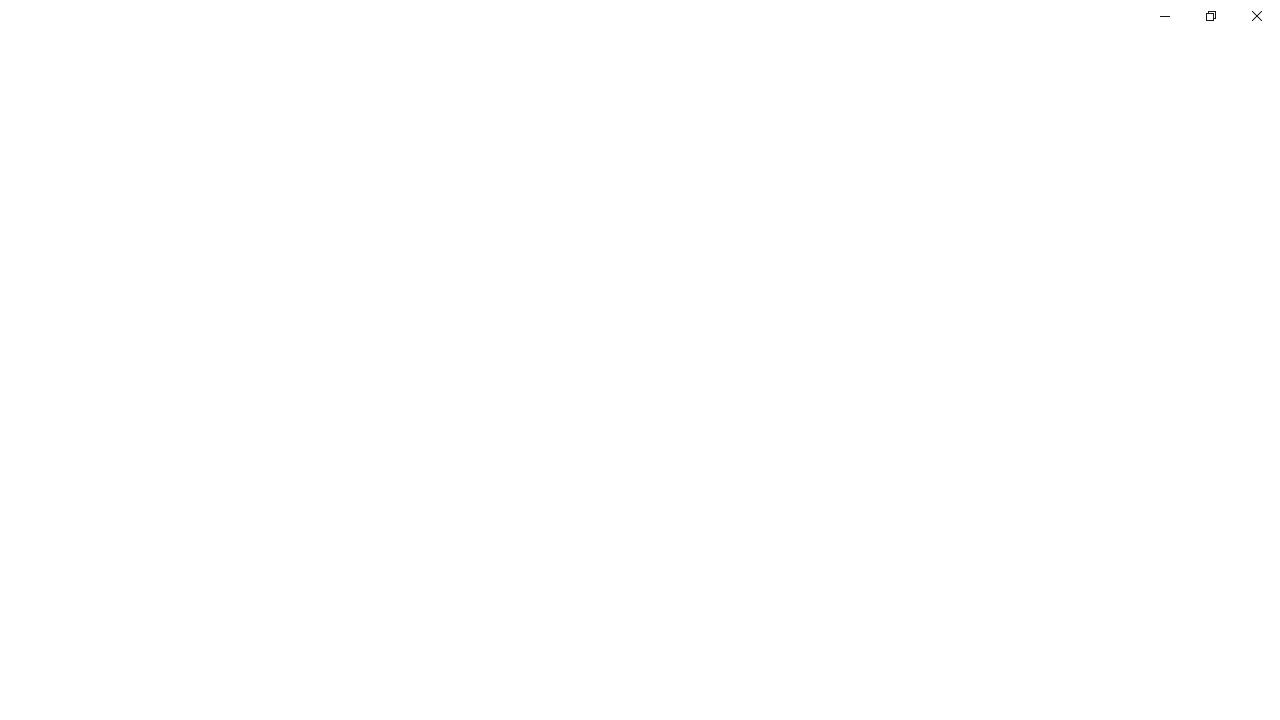 Image resolution: width=1280 pixels, height=720 pixels. I want to click on 'Close Settings', so click(1255, 15).